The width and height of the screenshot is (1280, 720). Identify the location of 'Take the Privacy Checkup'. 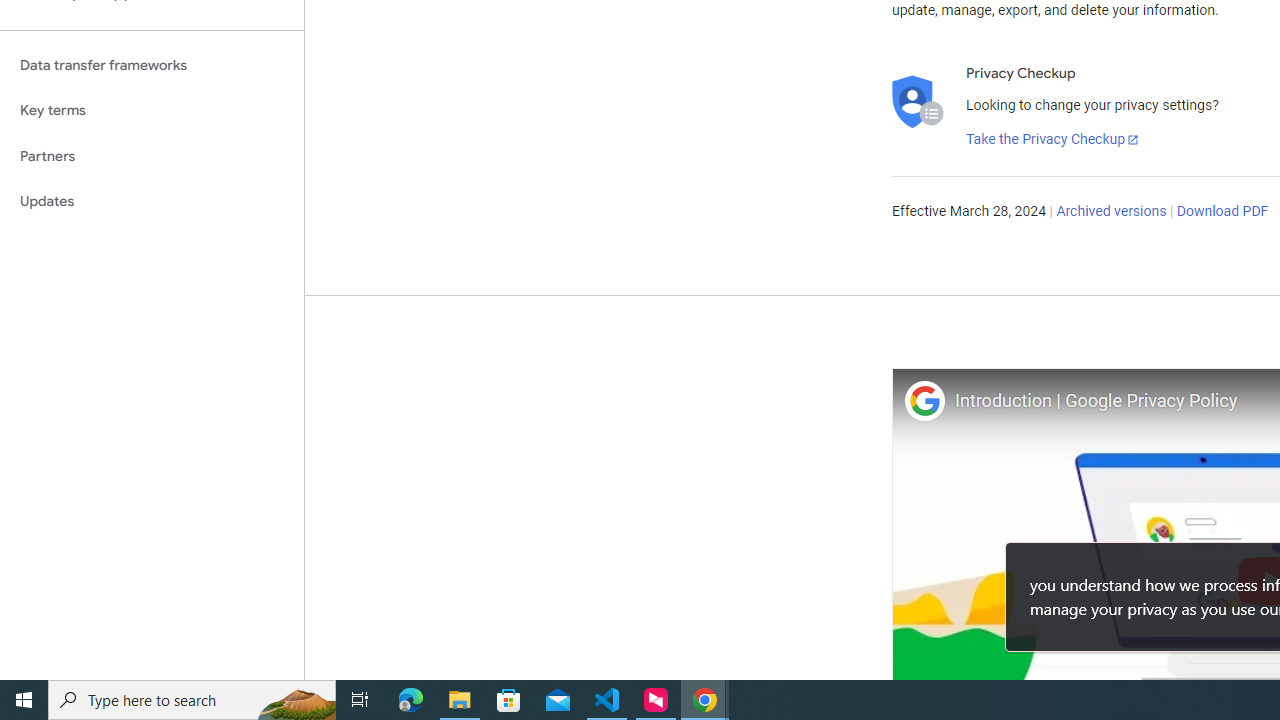
(1052, 139).